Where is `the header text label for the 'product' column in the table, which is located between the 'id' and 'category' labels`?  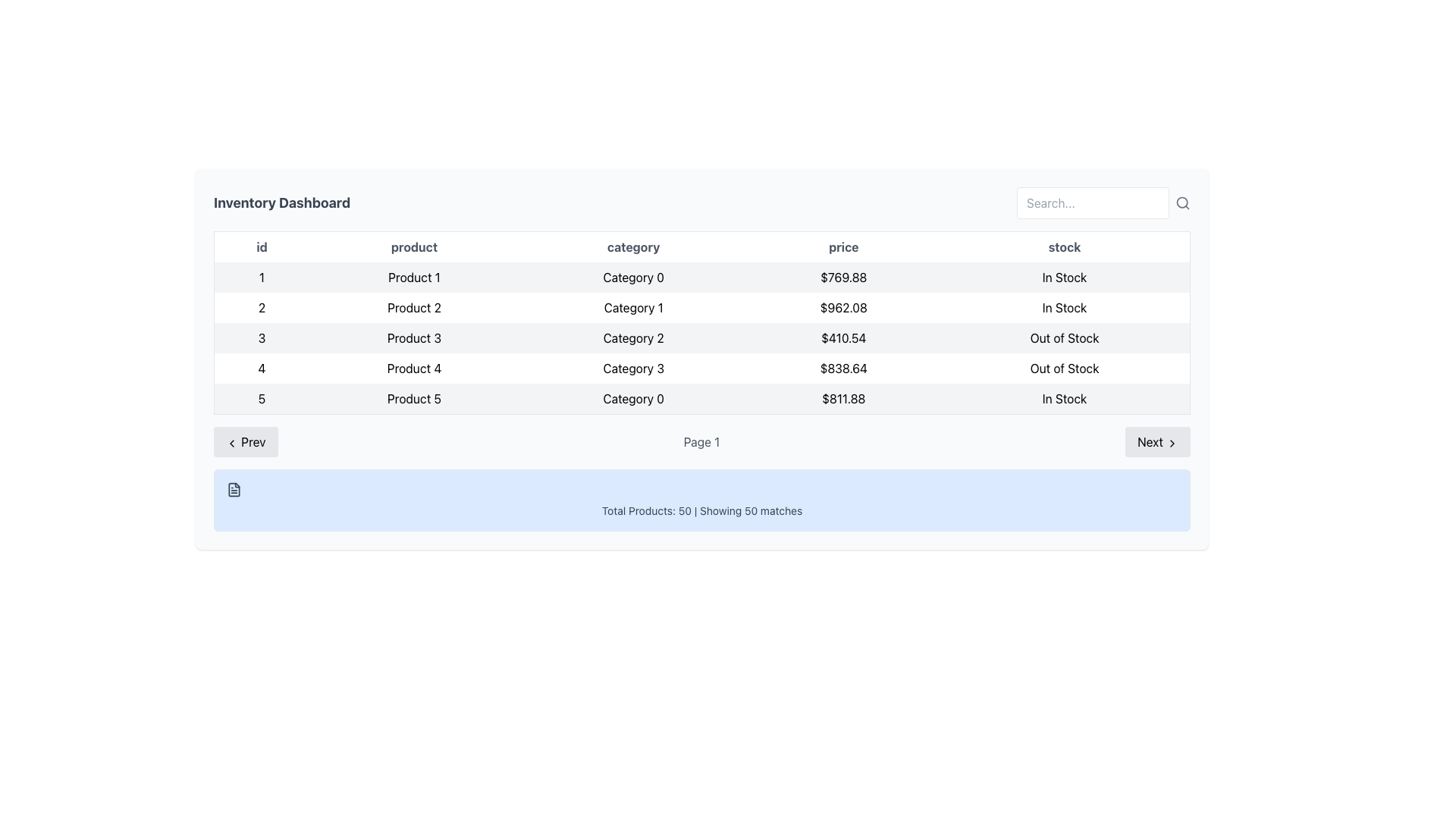
the header text label for the 'product' column in the table, which is located between the 'id' and 'category' labels is located at coordinates (414, 246).